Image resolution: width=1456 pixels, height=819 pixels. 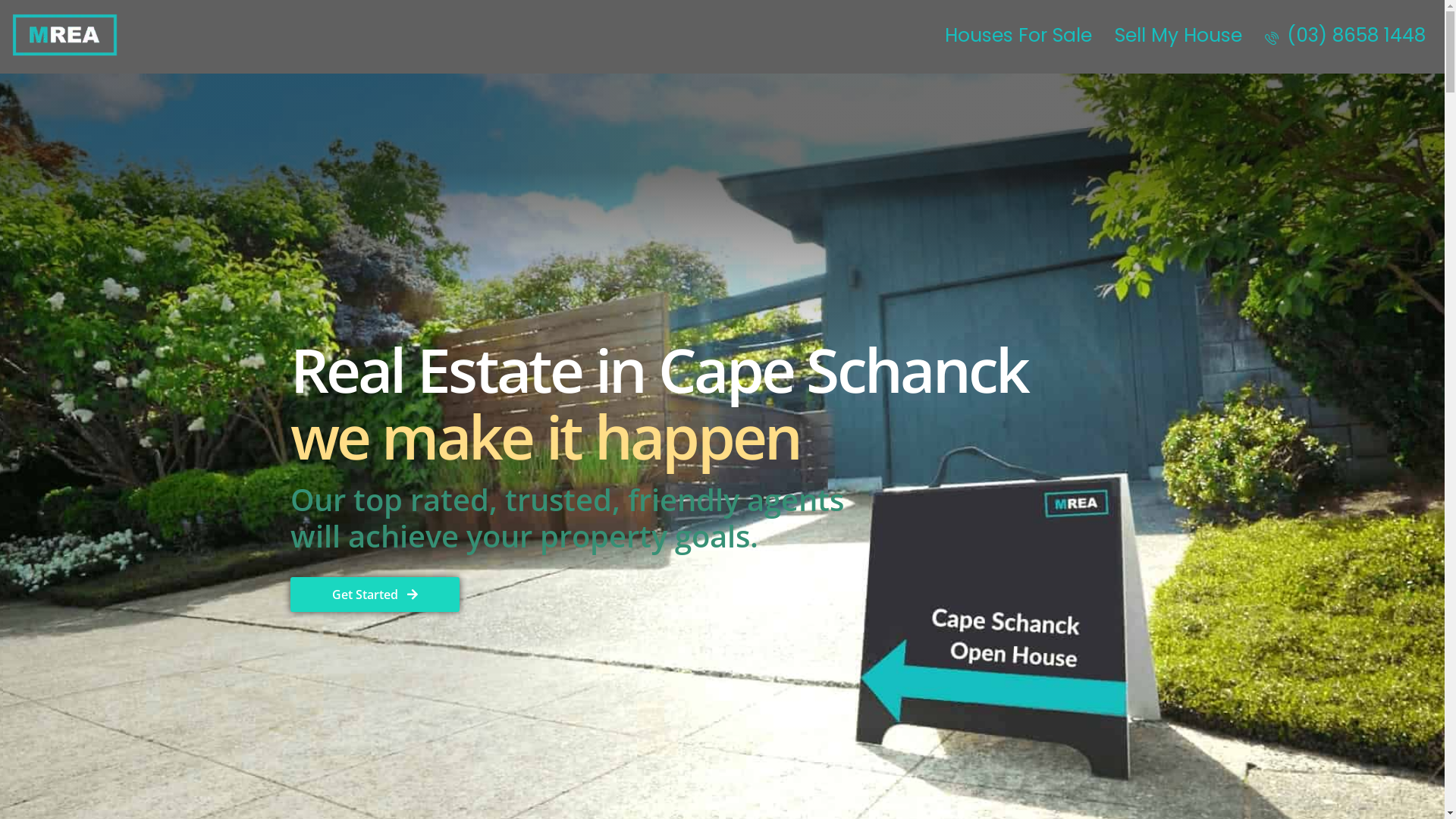 What do you see at coordinates (374, 593) in the screenshot?
I see `'Get Started'` at bounding box center [374, 593].